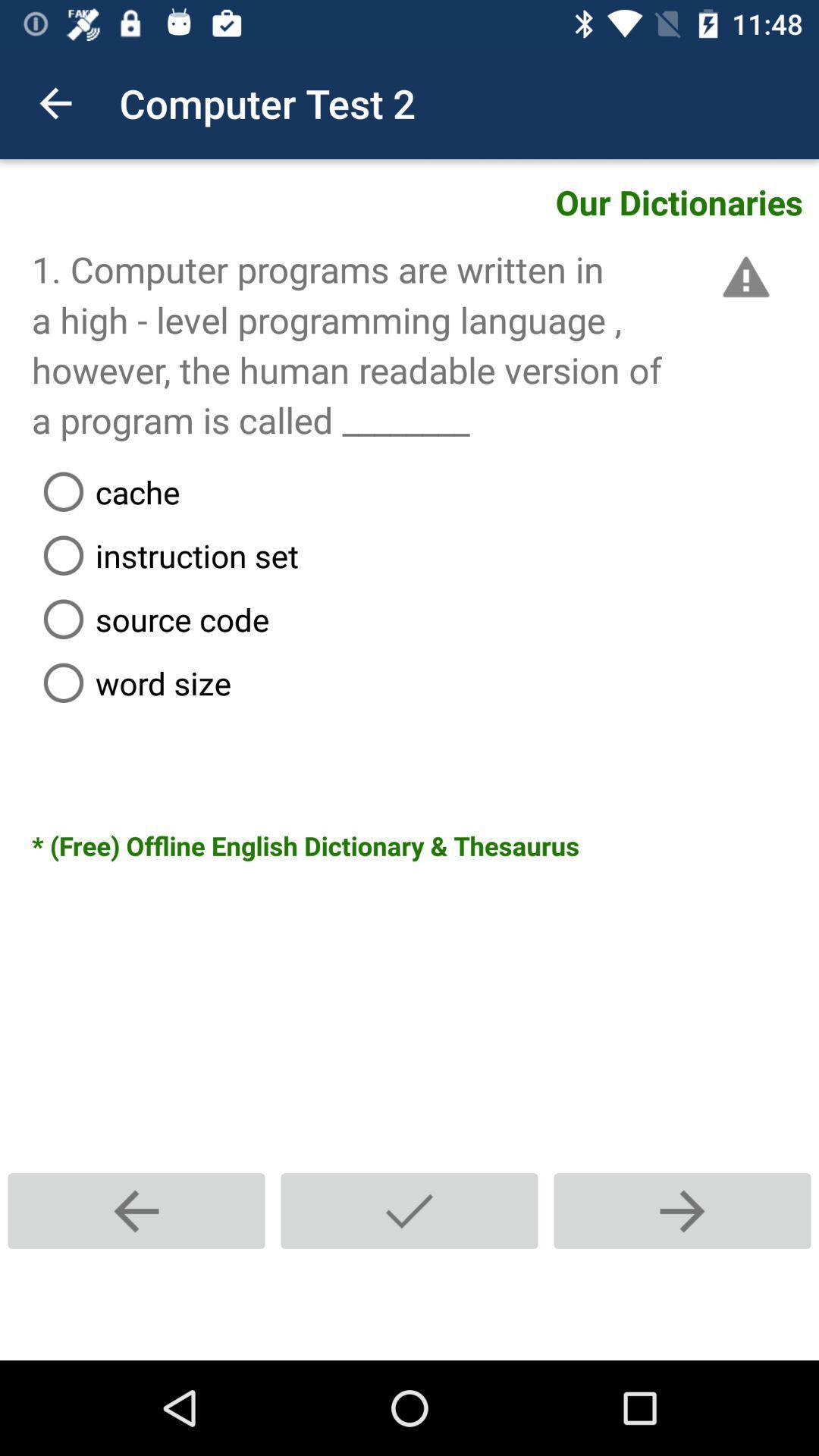  I want to click on confirm answer, so click(409, 1210).